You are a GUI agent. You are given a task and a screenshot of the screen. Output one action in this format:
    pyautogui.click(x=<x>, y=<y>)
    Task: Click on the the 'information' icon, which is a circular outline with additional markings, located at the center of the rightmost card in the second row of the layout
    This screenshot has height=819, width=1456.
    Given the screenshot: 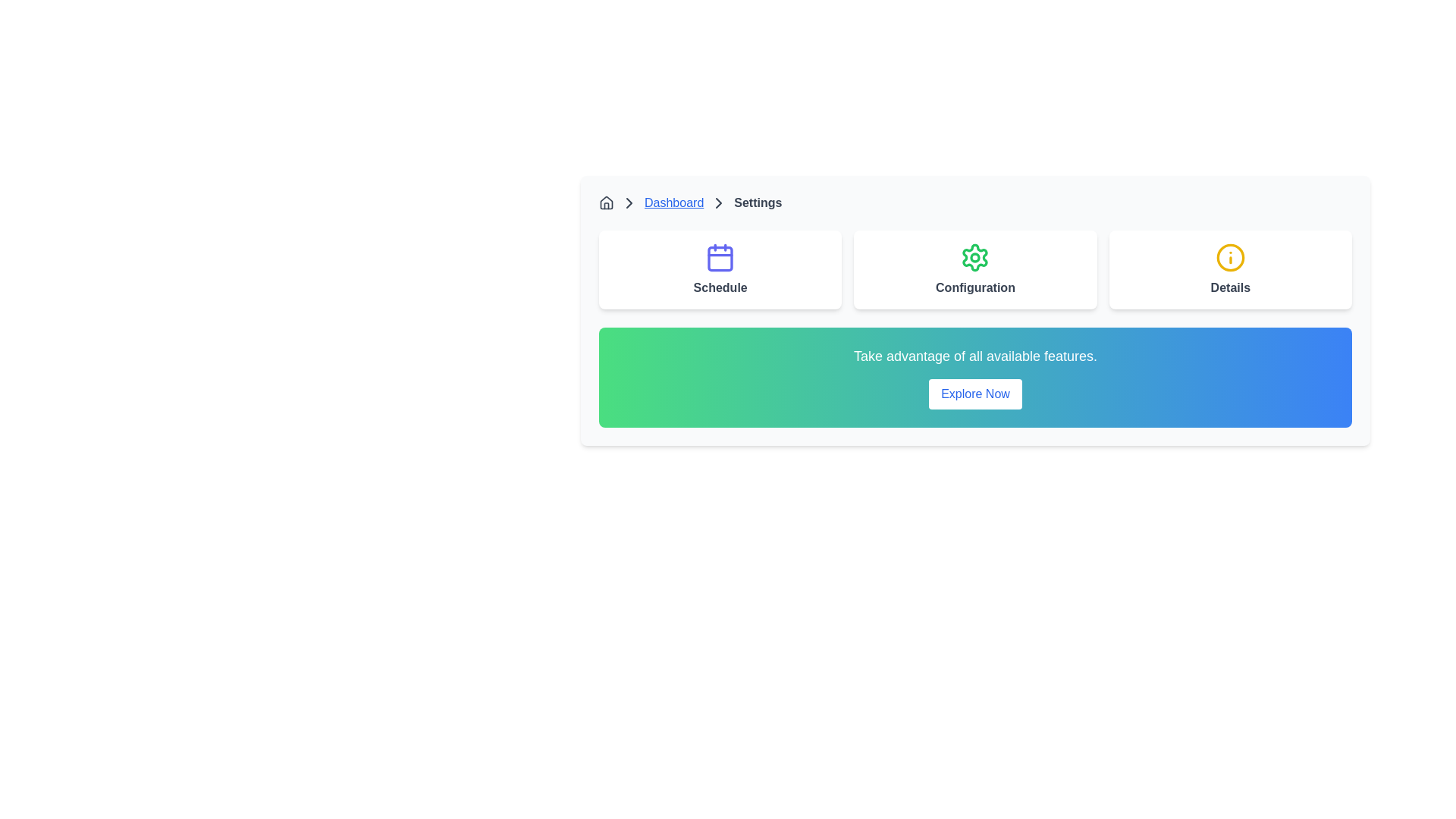 What is the action you would take?
    pyautogui.click(x=1230, y=256)
    